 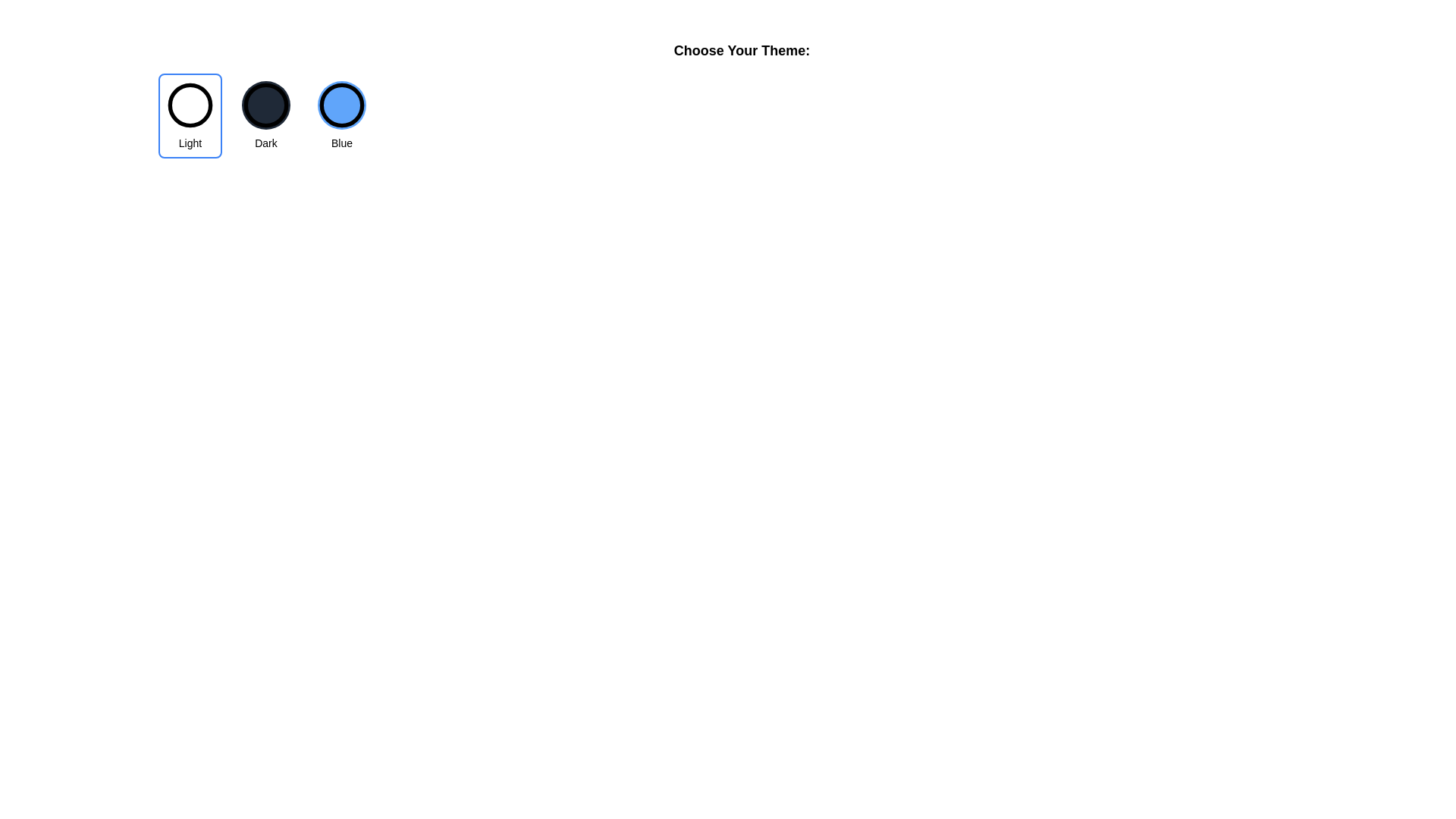 I want to click on the circular SVG graphic element styled as a selectable button for the 'Dark' theme option, so click(x=265, y=104).